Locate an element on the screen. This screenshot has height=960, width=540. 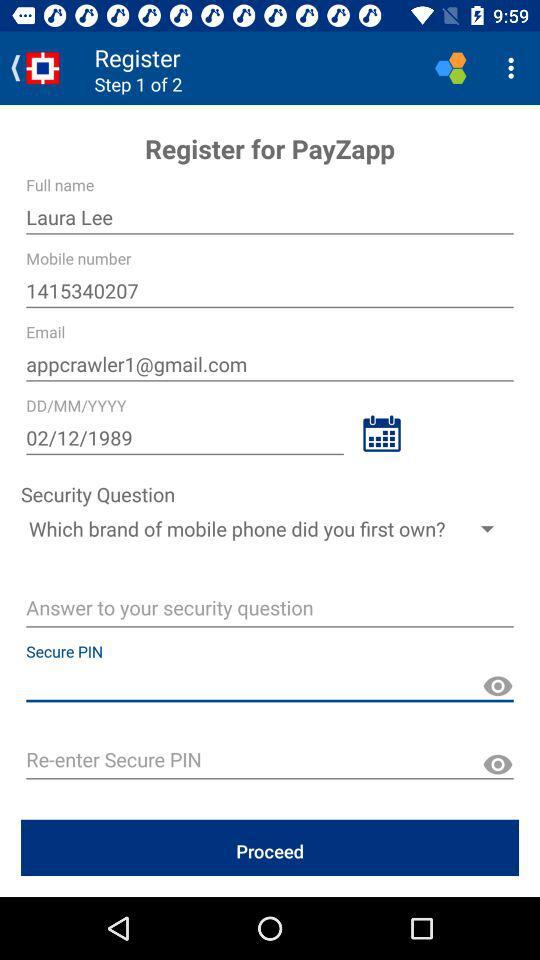
the text which says answer to your security question is located at coordinates (270, 610).